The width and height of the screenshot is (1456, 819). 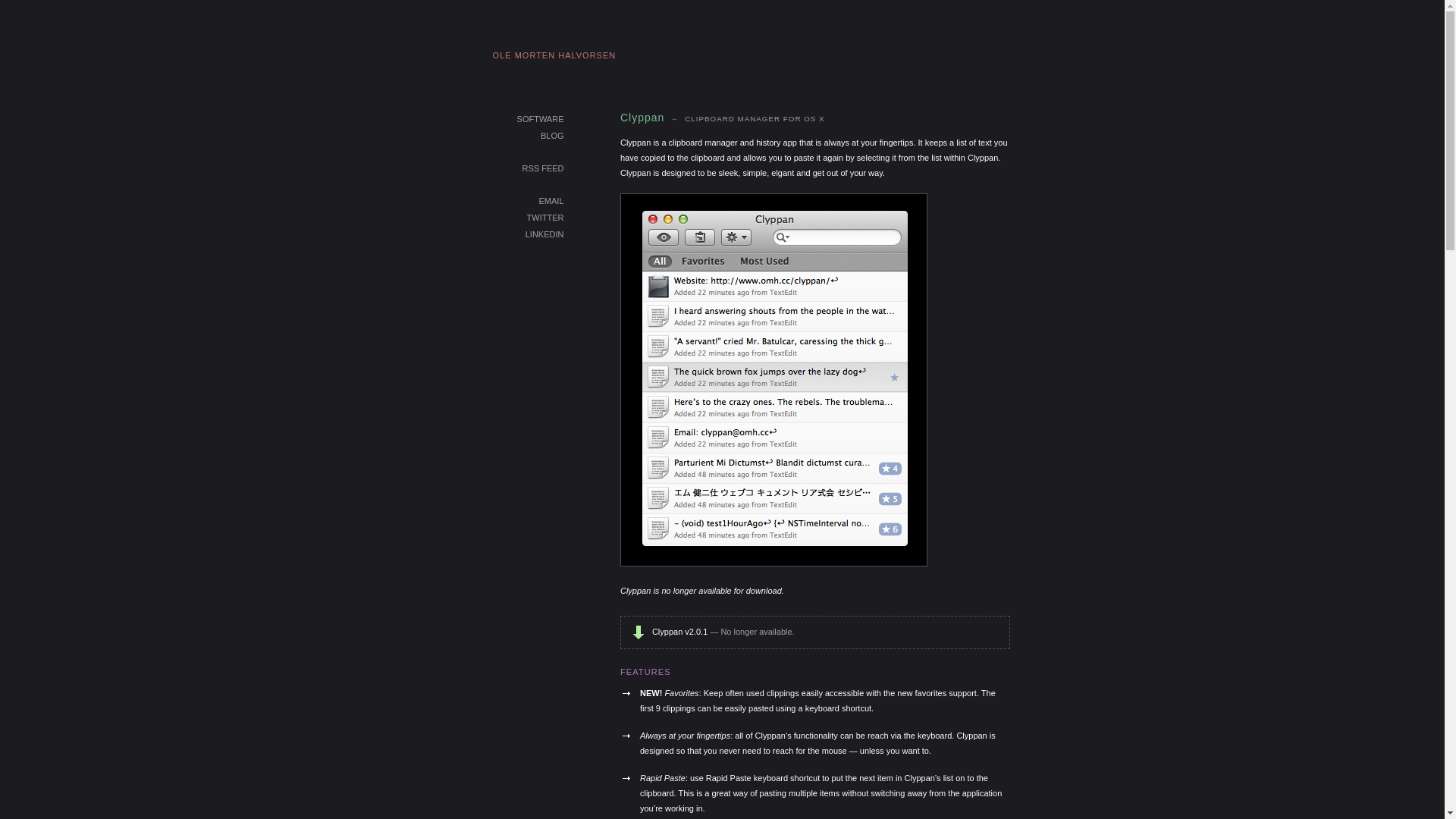 What do you see at coordinates (541, 119) in the screenshot?
I see `'SOFTWARE'` at bounding box center [541, 119].